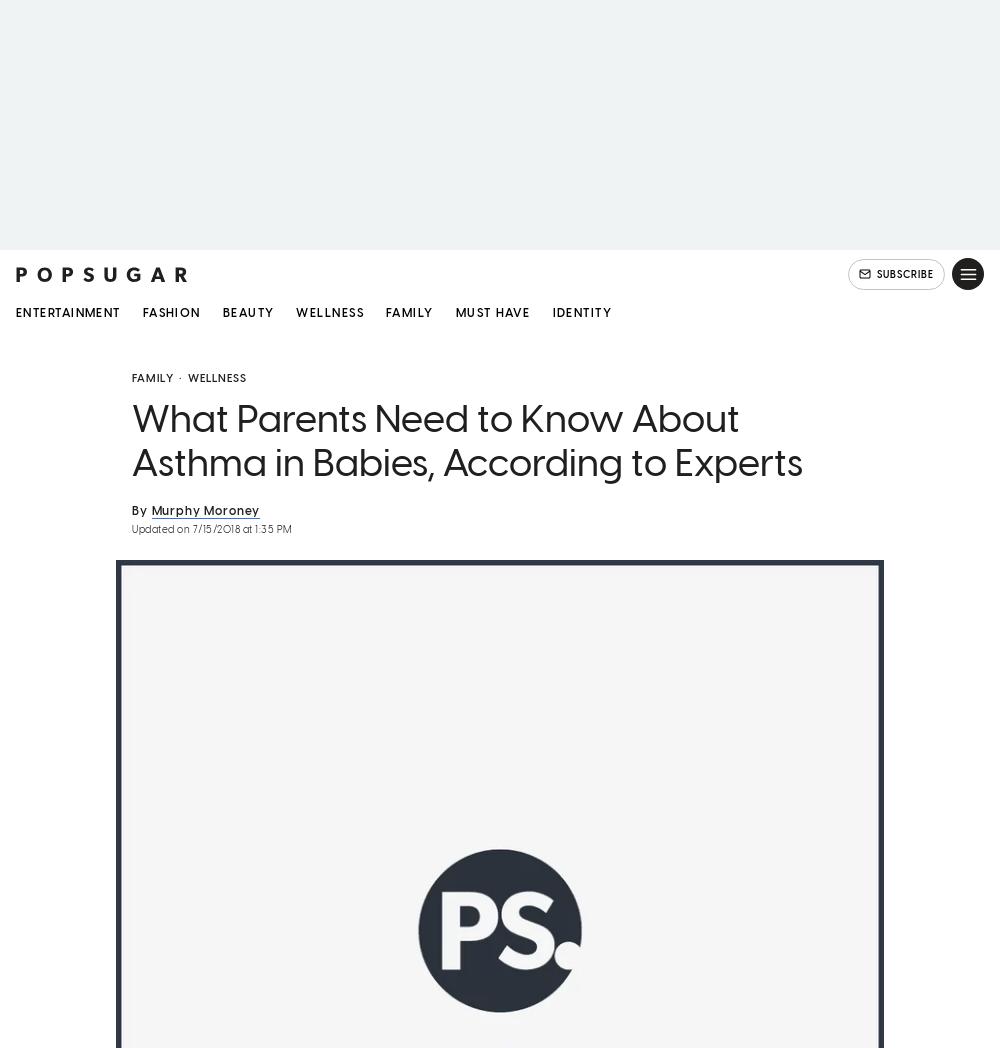  I want to click on 'By', so click(139, 511).